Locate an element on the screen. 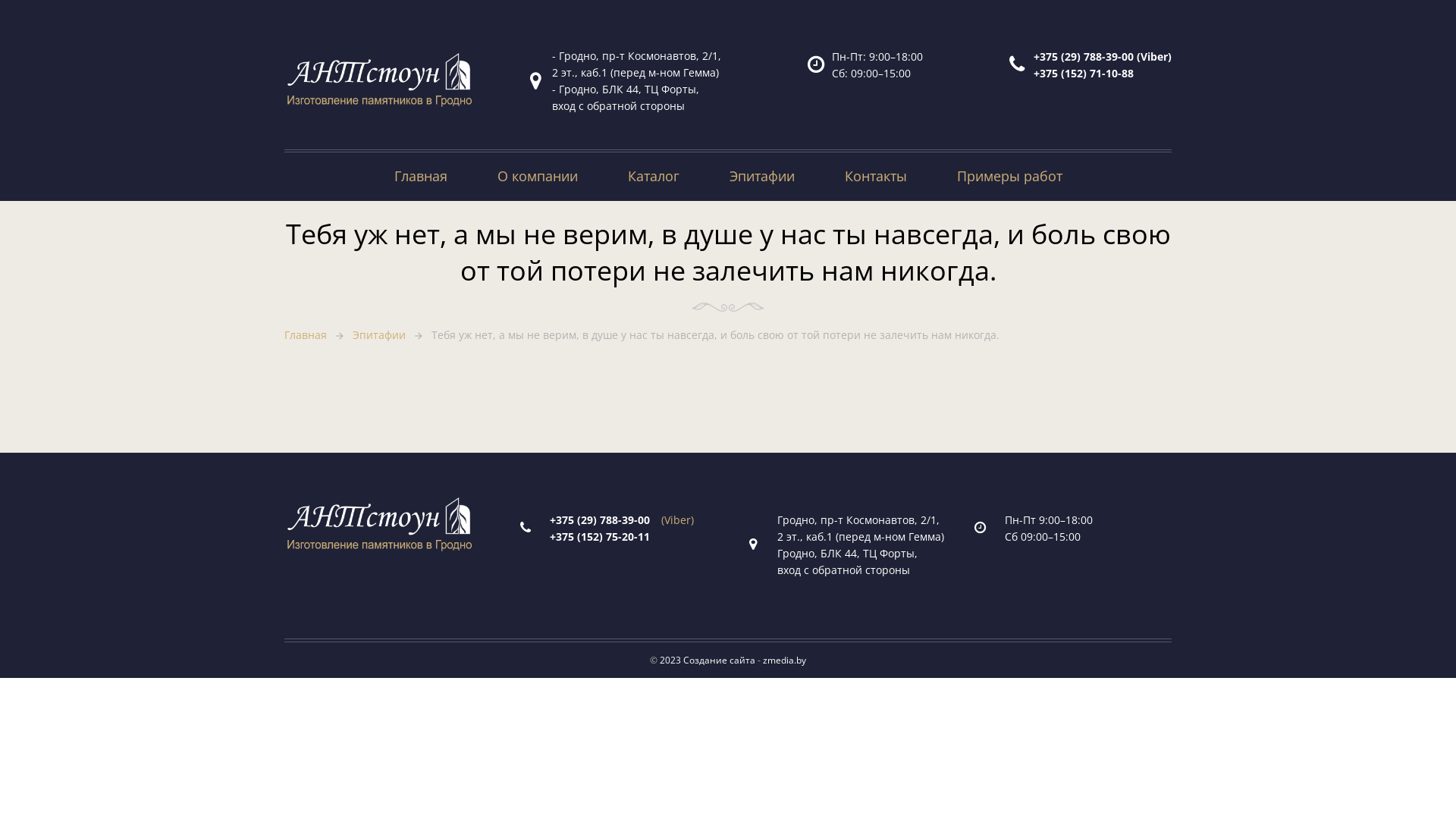 The image size is (1456, 819). '+375 (29) 788-39-00(Viber)' is located at coordinates (622, 519).